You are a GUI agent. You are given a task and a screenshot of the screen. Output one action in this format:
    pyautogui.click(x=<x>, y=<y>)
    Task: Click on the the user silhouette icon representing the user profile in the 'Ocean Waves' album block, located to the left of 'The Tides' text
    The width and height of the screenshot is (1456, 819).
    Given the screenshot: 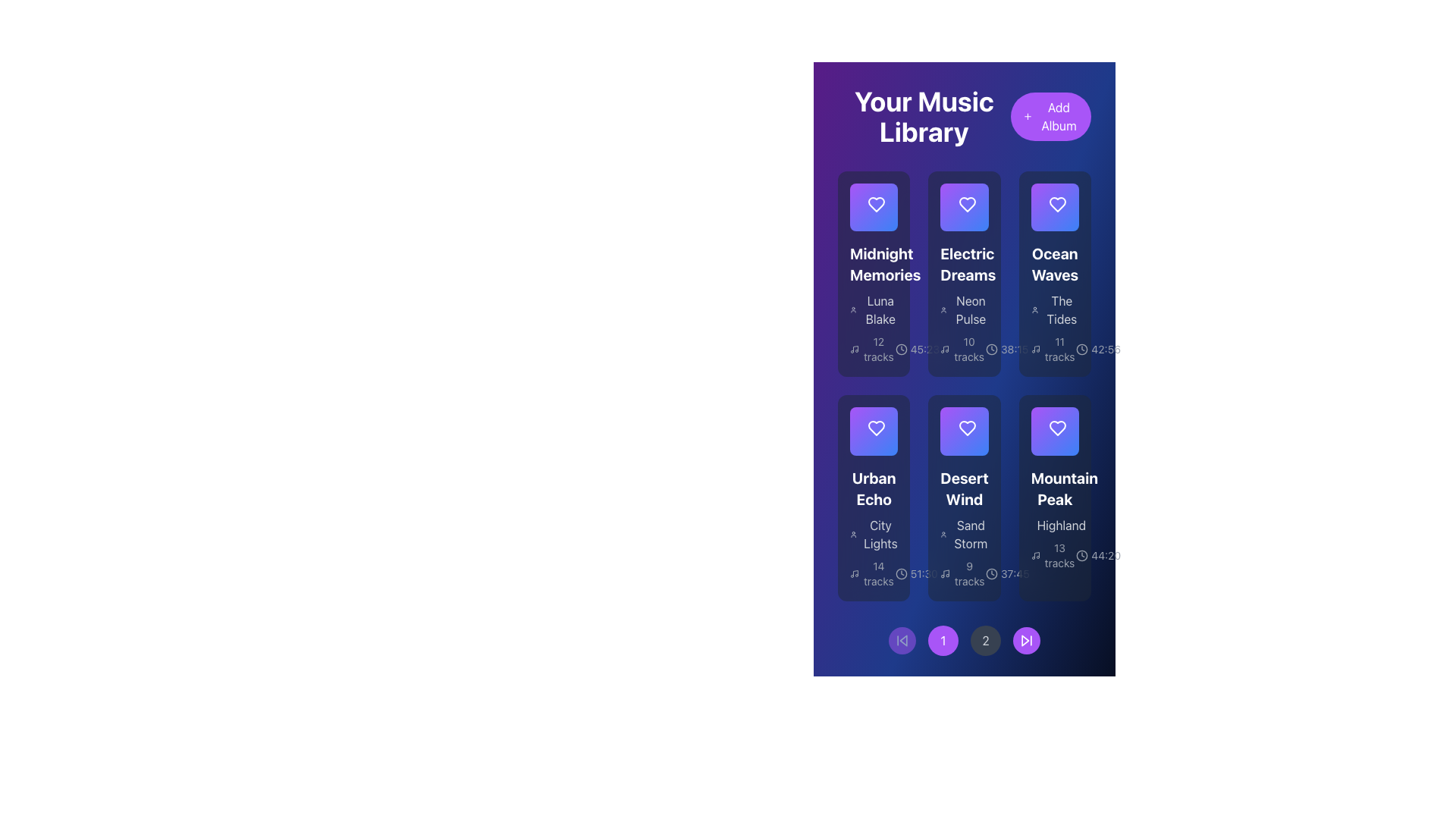 What is the action you would take?
    pyautogui.click(x=1034, y=309)
    